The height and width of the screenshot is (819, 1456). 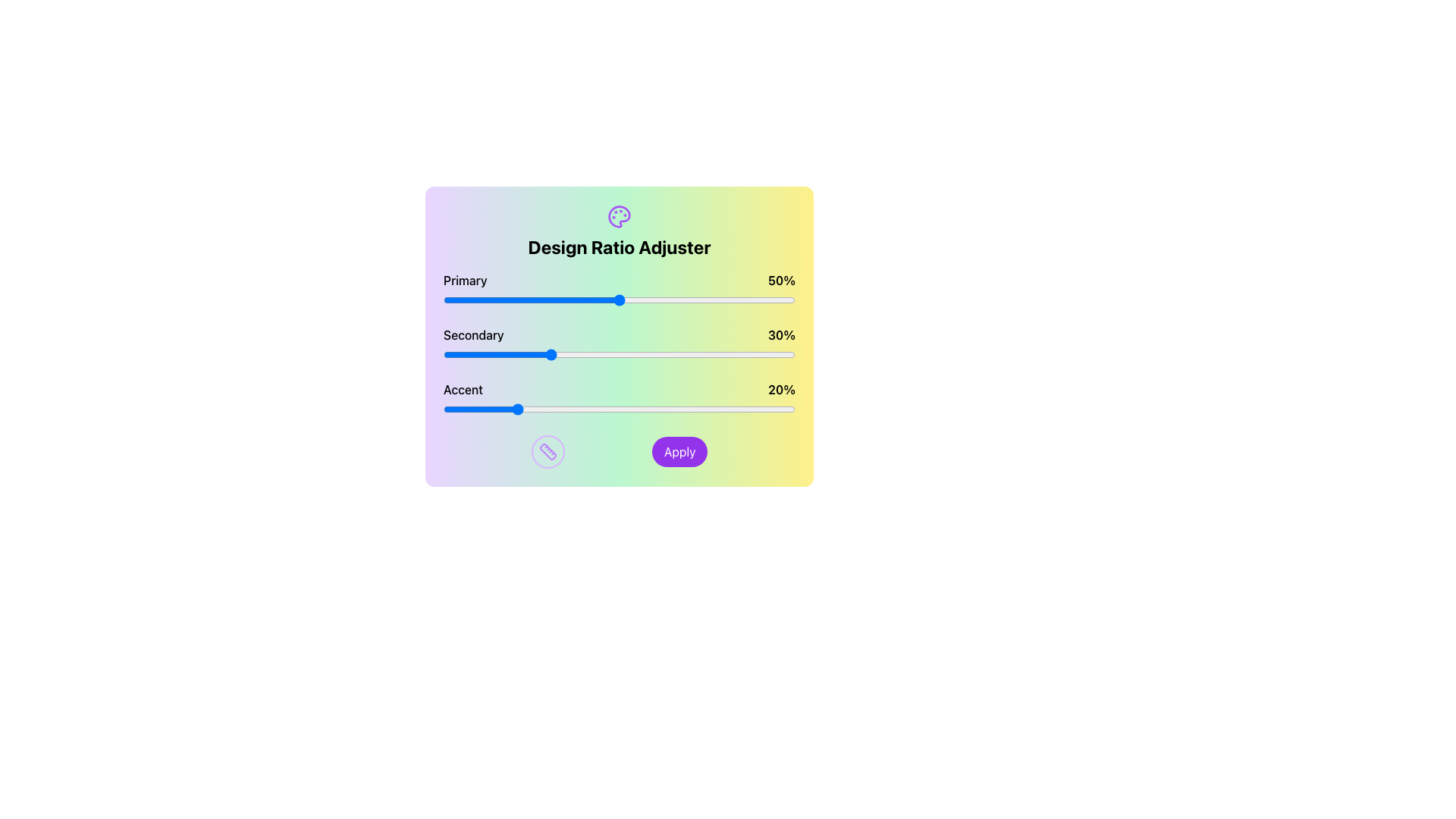 I want to click on the slider, so click(x=471, y=354).